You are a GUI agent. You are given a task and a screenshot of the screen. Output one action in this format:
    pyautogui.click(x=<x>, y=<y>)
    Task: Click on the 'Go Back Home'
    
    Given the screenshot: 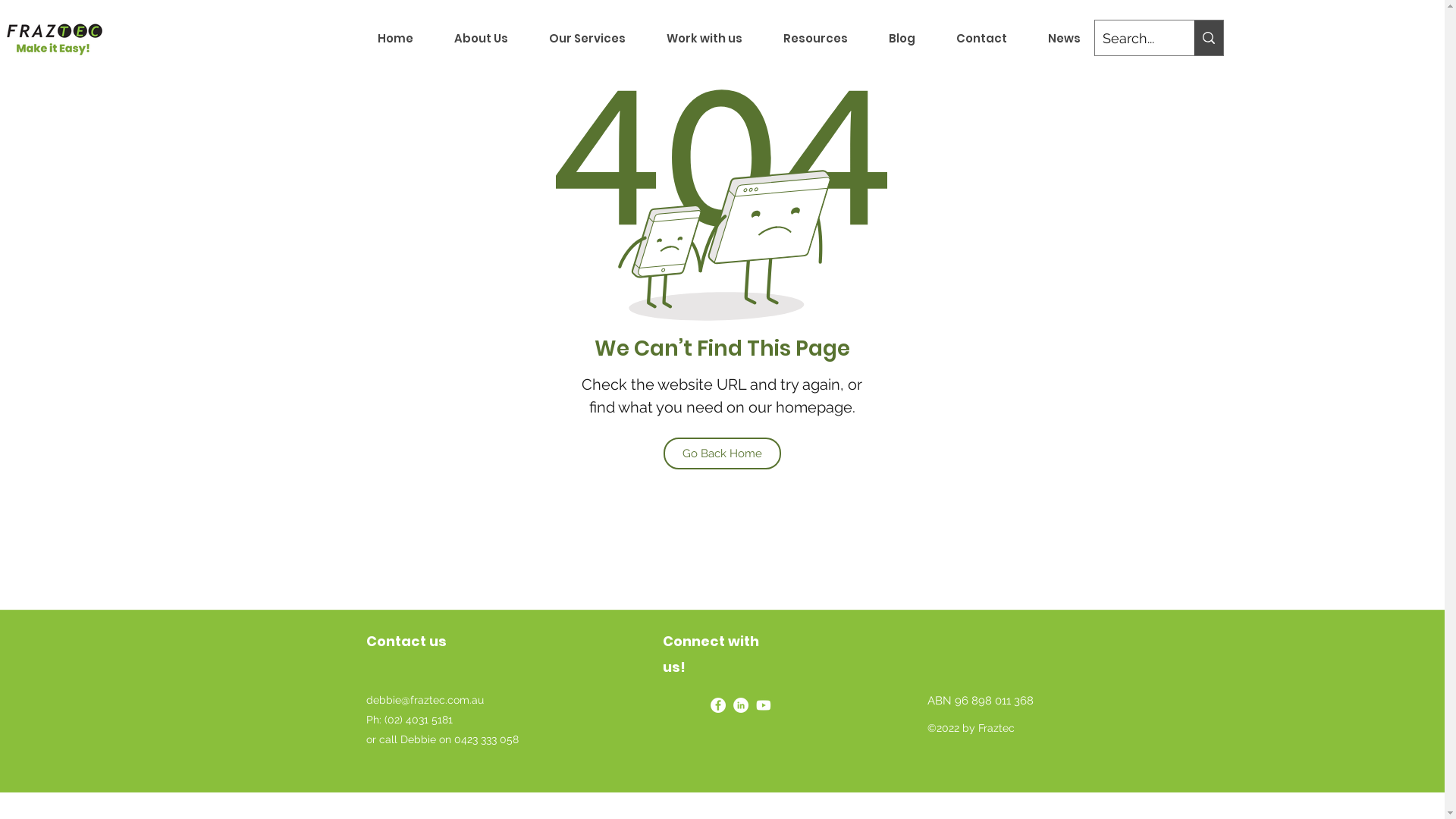 What is the action you would take?
    pyautogui.click(x=720, y=452)
    